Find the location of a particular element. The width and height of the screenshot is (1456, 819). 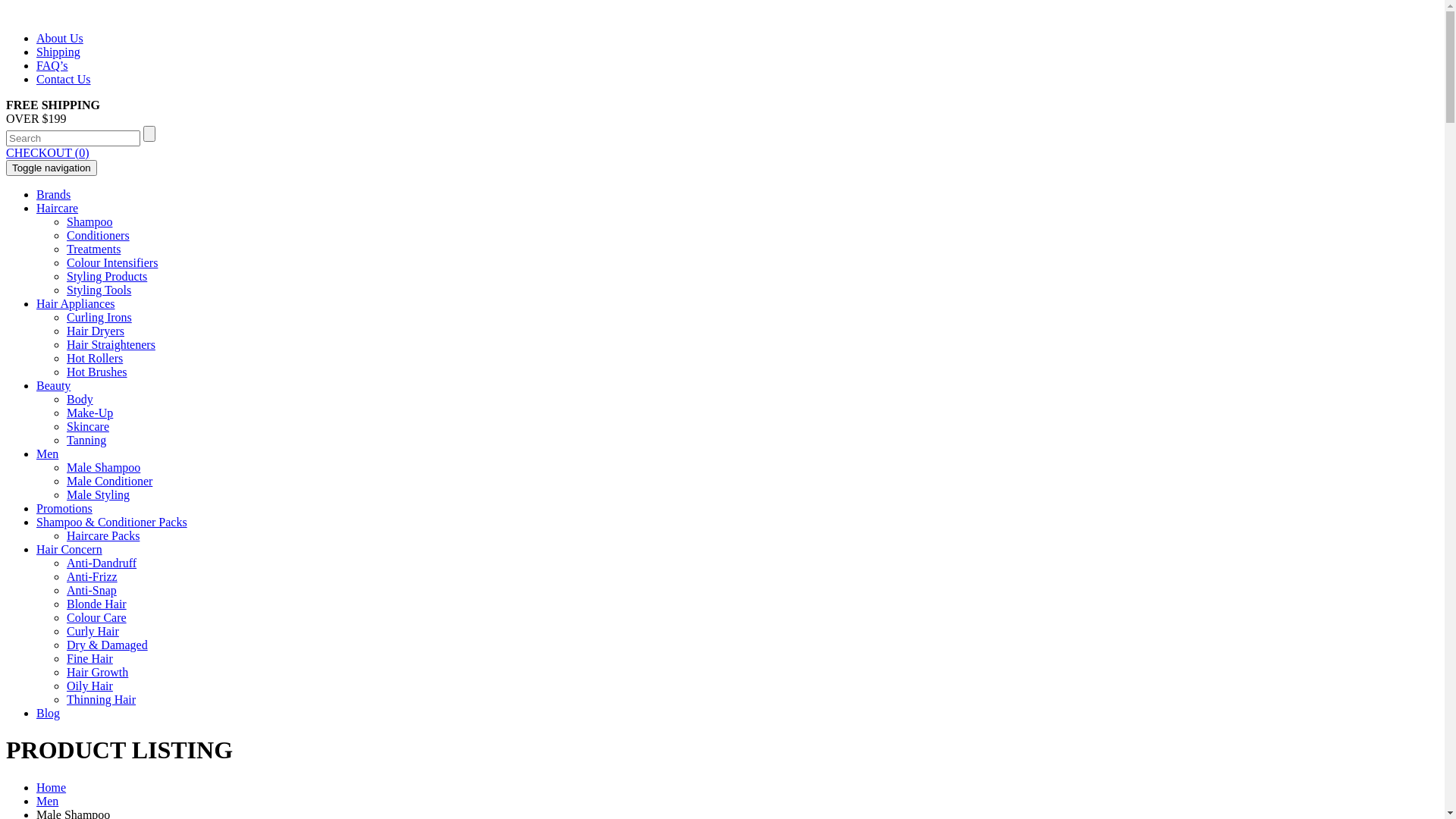

'Anti-Frizz' is located at coordinates (91, 576).